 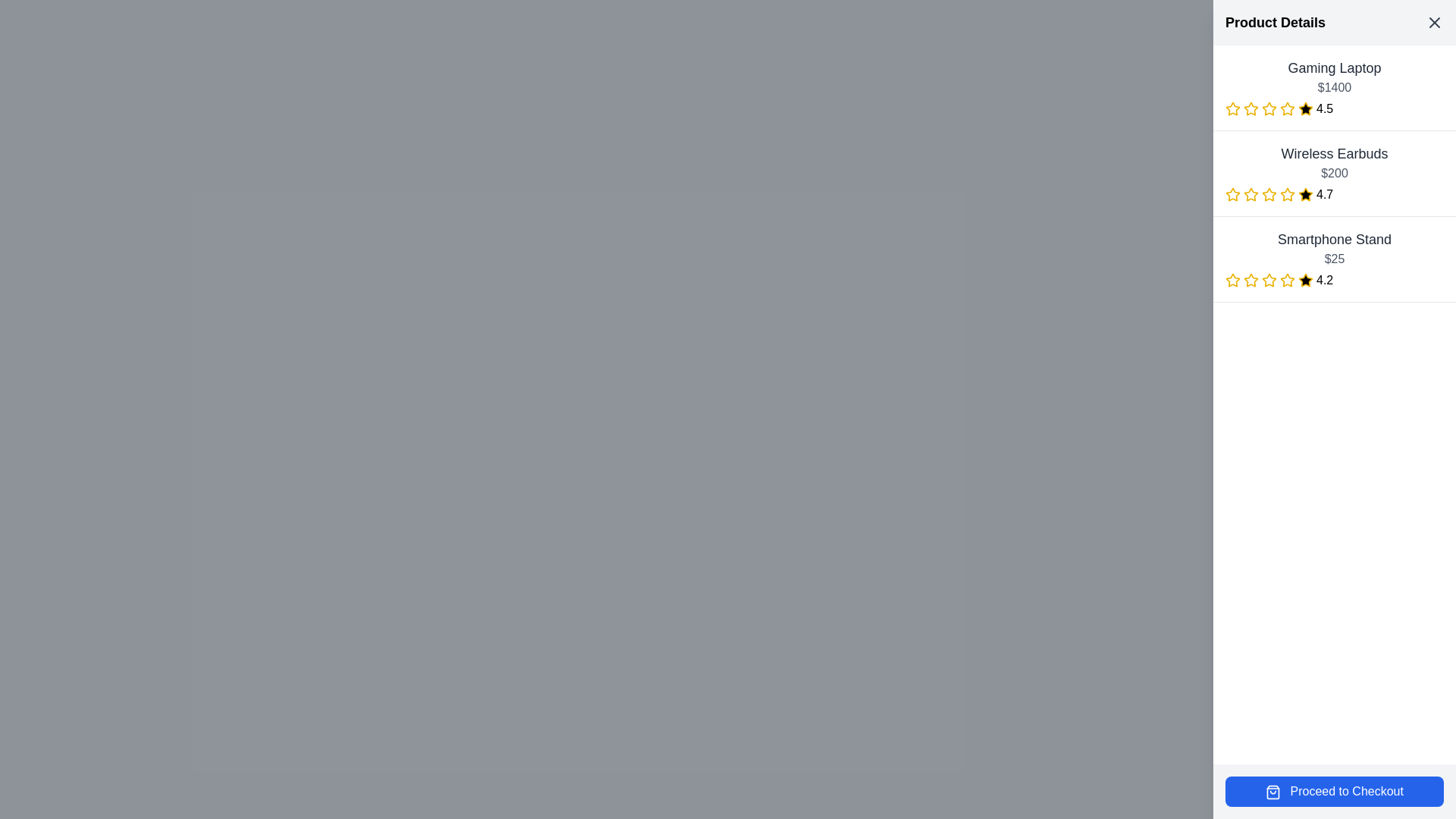 What do you see at coordinates (1251, 108) in the screenshot?
I see `the yellow star-shaped rating icon, which is the third star in a row of five stars under the 'Gaming Laptop' product details` at bounding box center [1251, 108].